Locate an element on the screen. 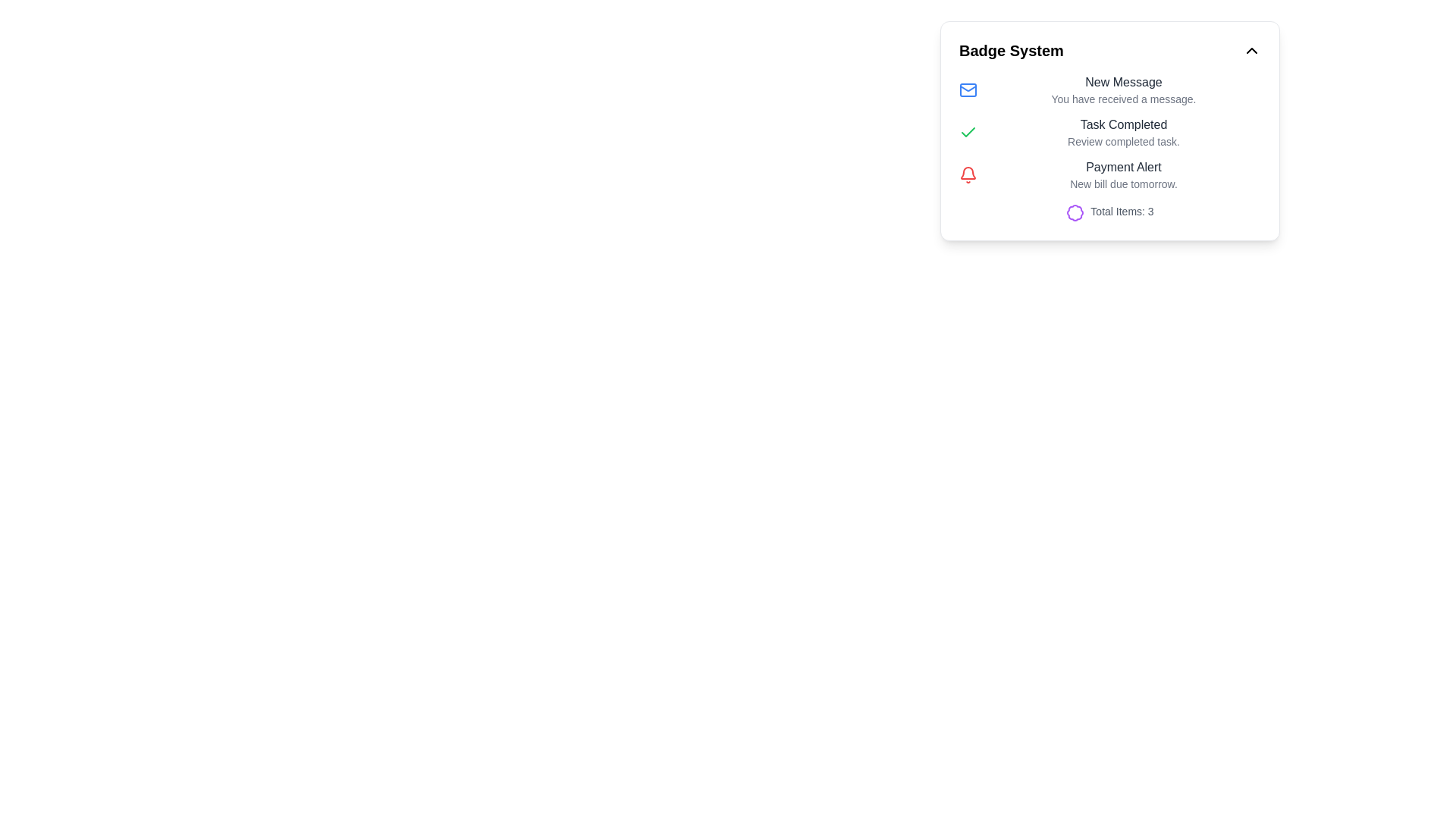 Image resolution: width=1456 pixels, height=819 pixels. text content of the 'New Message' label, which displays 'New Message' in bold and 'You have received a message.' below it is located at coordinates (1124, 90).